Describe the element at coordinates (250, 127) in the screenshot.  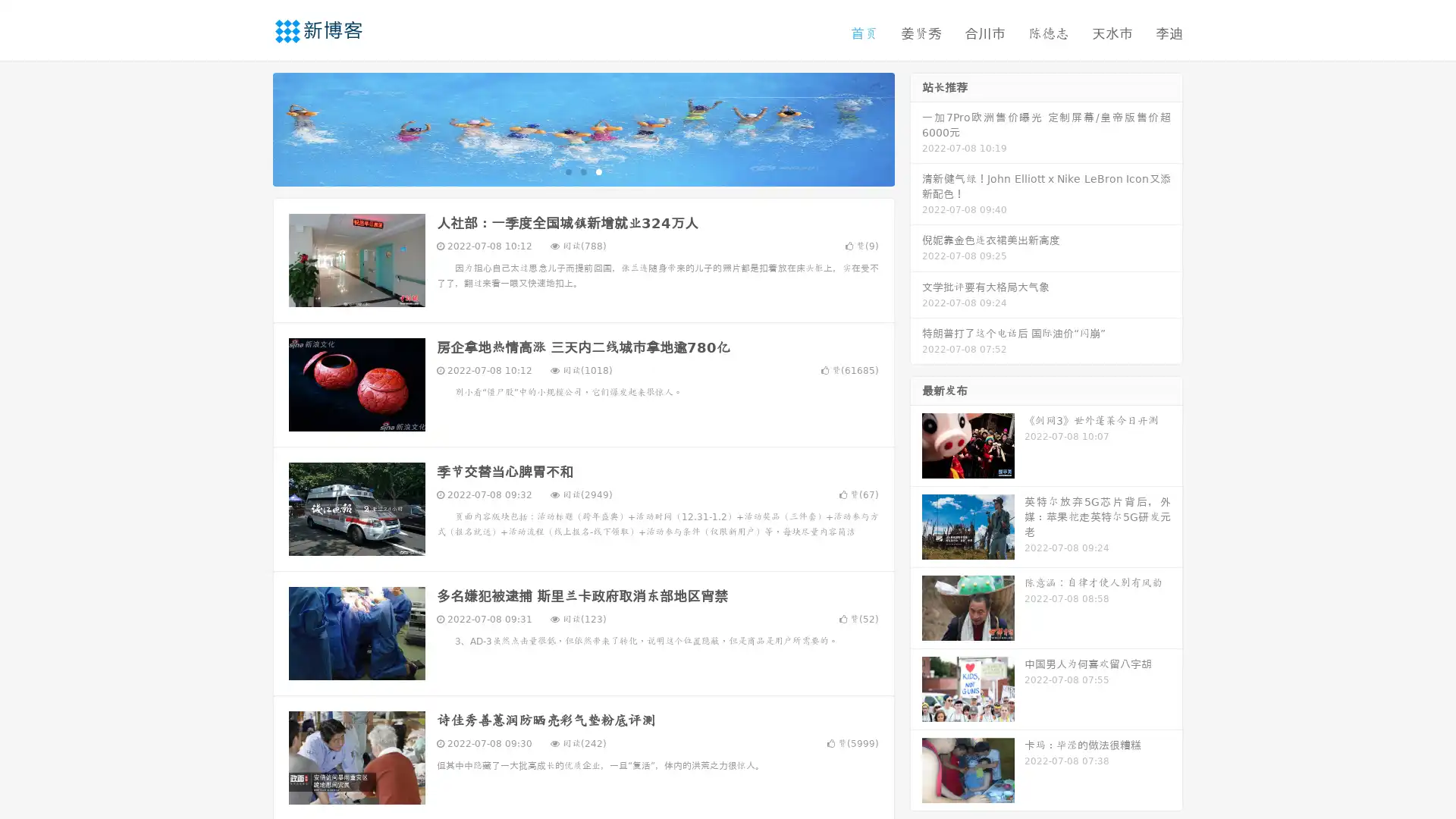
I see `Previous slide` at that location.